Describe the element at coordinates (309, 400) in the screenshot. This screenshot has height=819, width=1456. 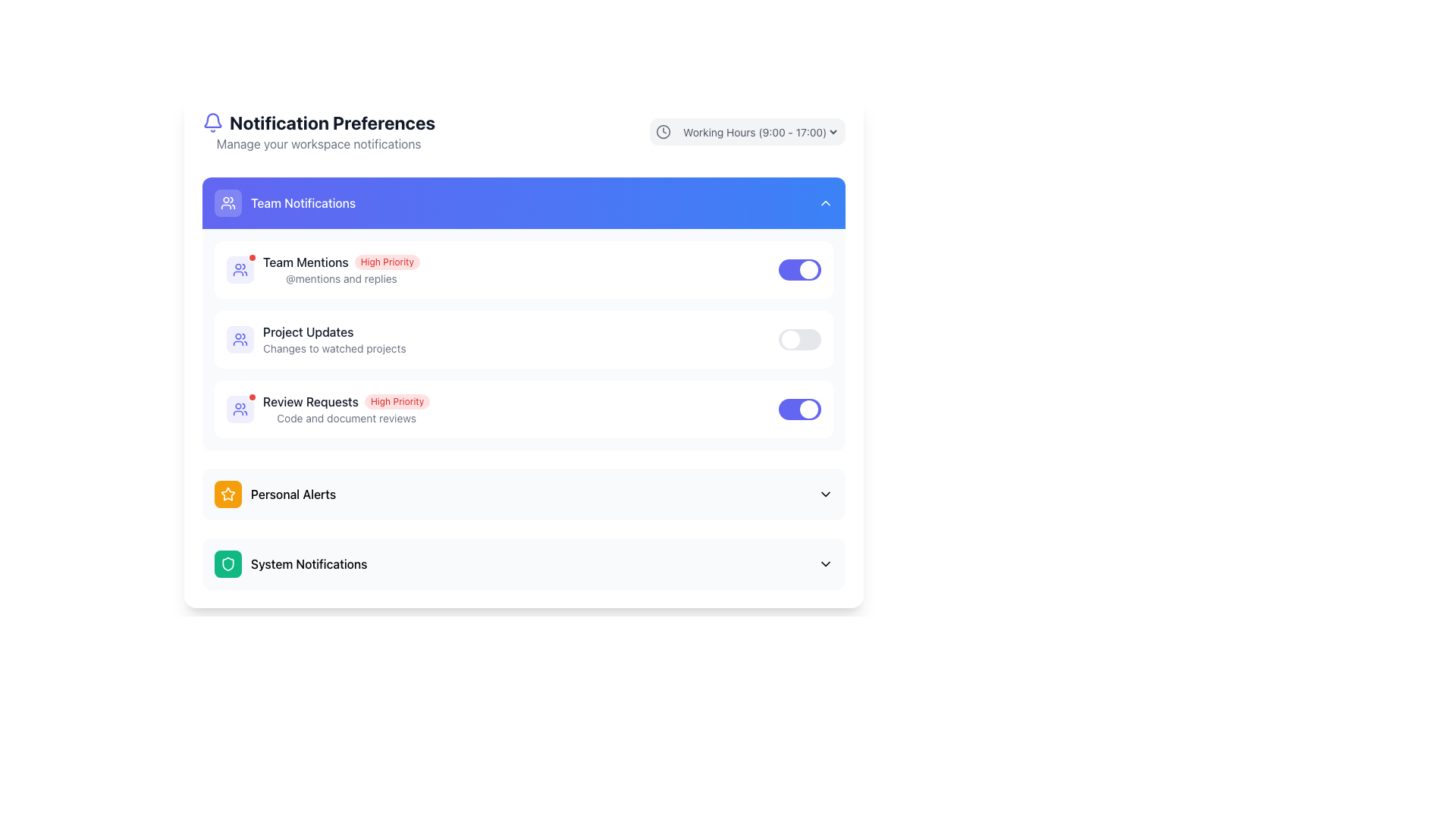
I see `the primary label for the notification setting that specifies the theme or subject of the notification, located to the left of the 'High Priority' badge within the 'Team Notifications' section` at that location.